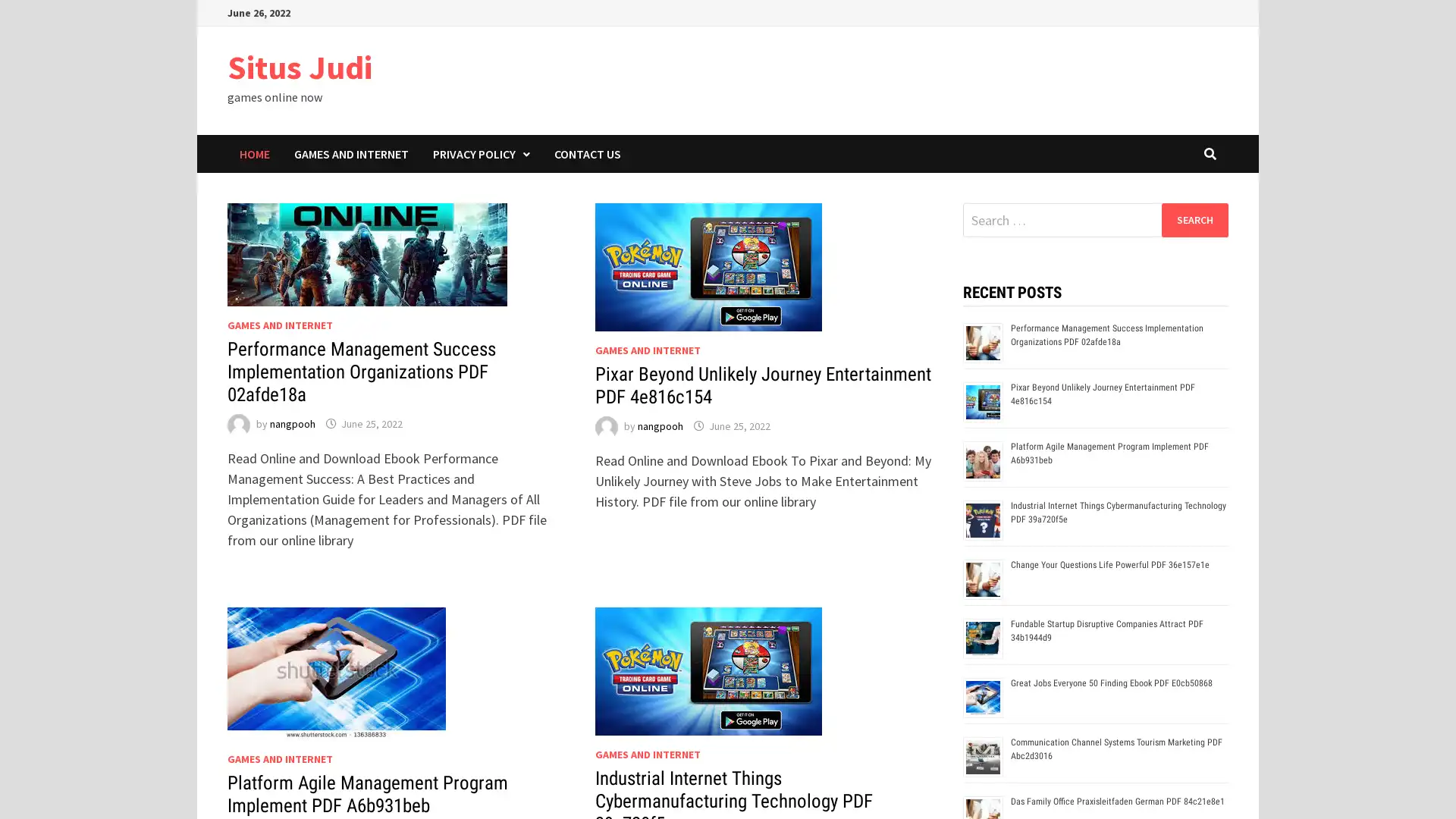  Describe the element at coordinates (1194, 219) in the screenshot. I see `Search` at that location.